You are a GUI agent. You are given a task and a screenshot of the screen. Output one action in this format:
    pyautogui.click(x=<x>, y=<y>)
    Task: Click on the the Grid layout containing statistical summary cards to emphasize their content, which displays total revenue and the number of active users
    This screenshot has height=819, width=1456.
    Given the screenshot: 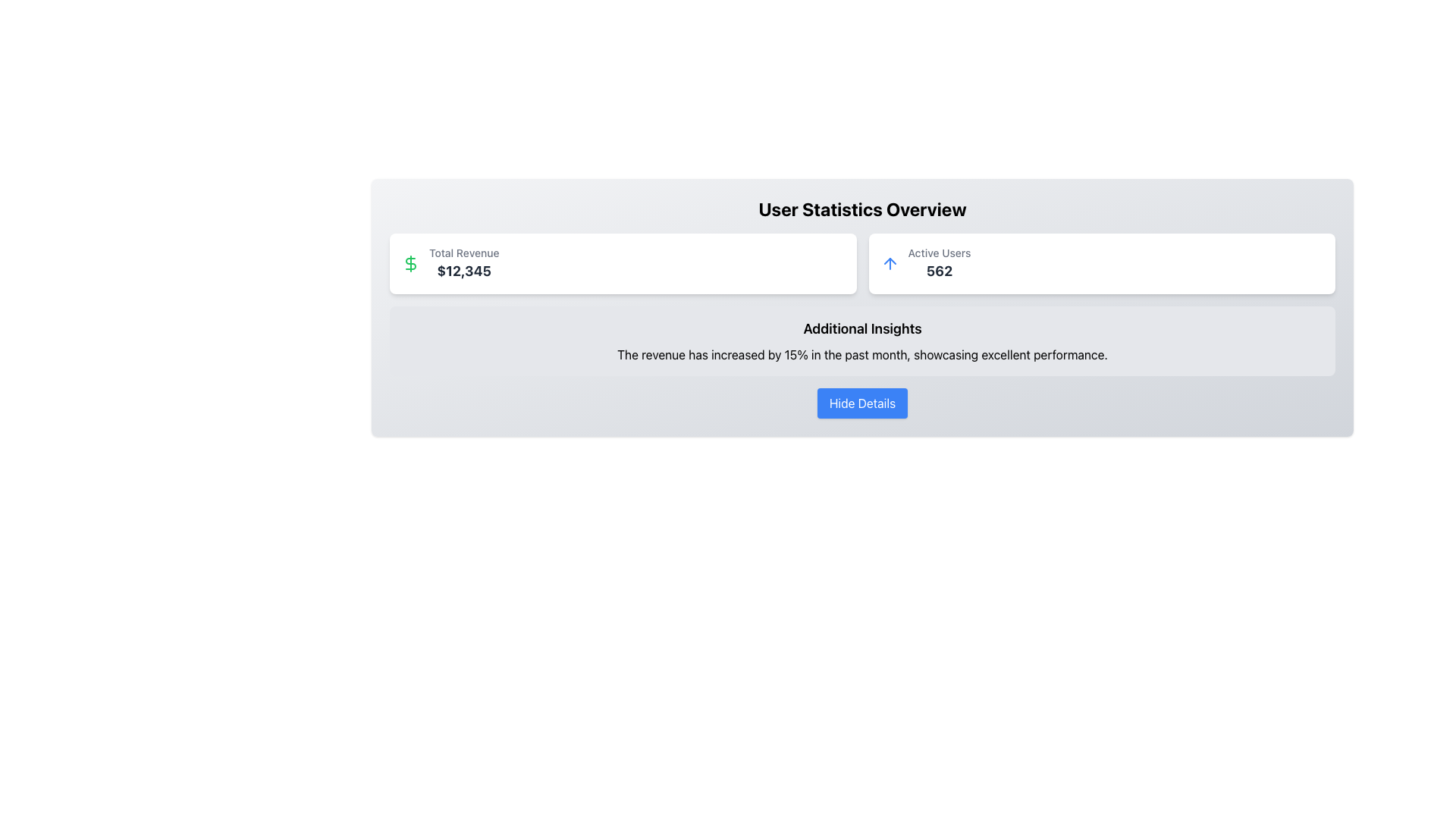 What is the action you would take?
    pyautogui.click(x=862, y=262)
    